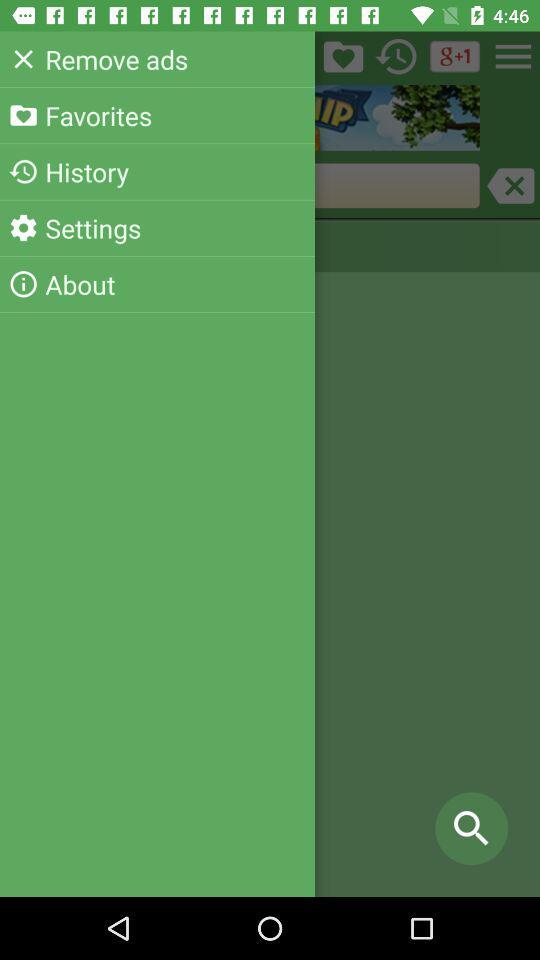  What do you see at coordinates (342, 55) in the screenshot?
I see `the folder icon` at bounding box center [342, 55].